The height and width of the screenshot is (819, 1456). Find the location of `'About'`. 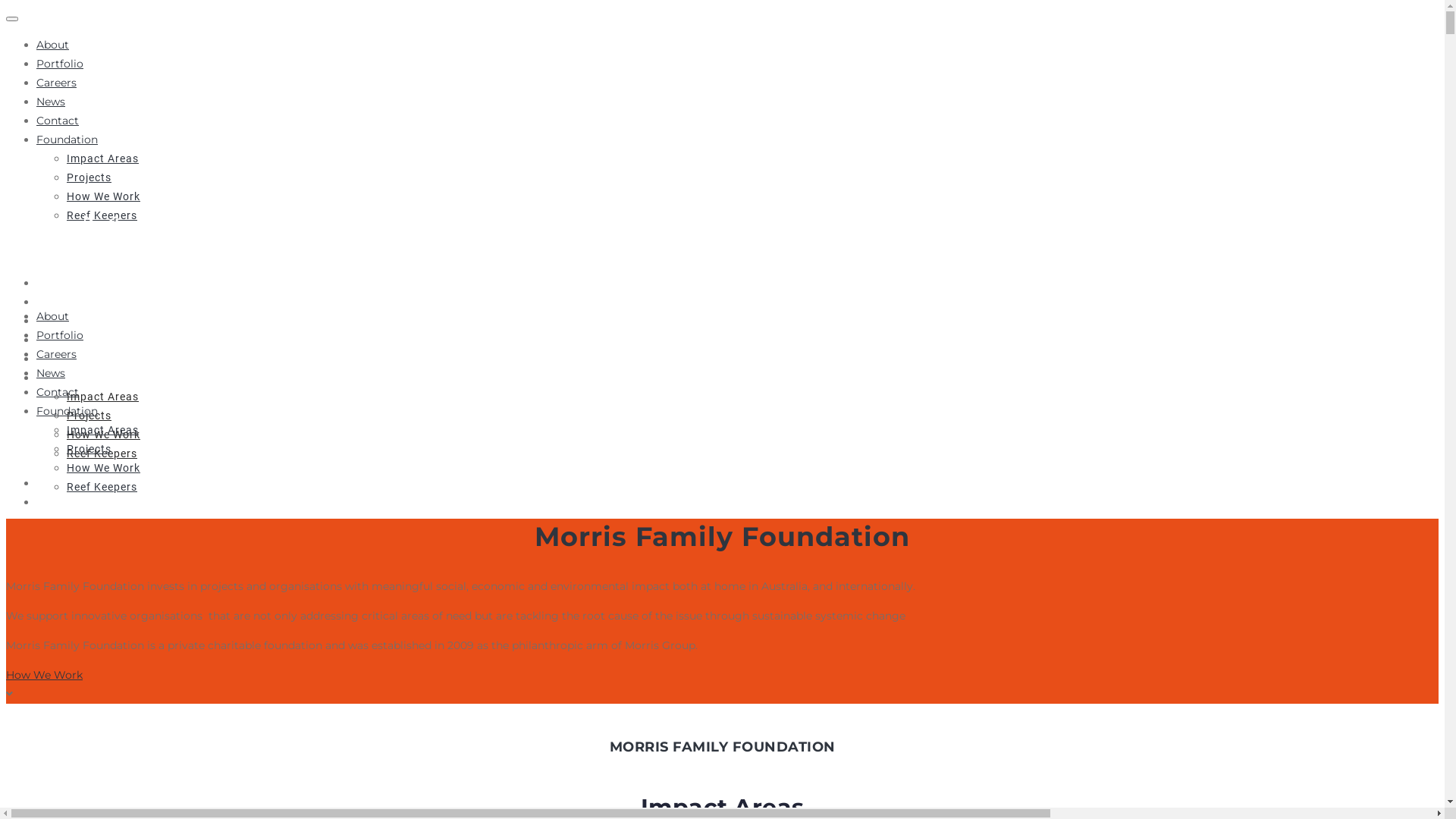

'About' is located at coordinates (55, 283).